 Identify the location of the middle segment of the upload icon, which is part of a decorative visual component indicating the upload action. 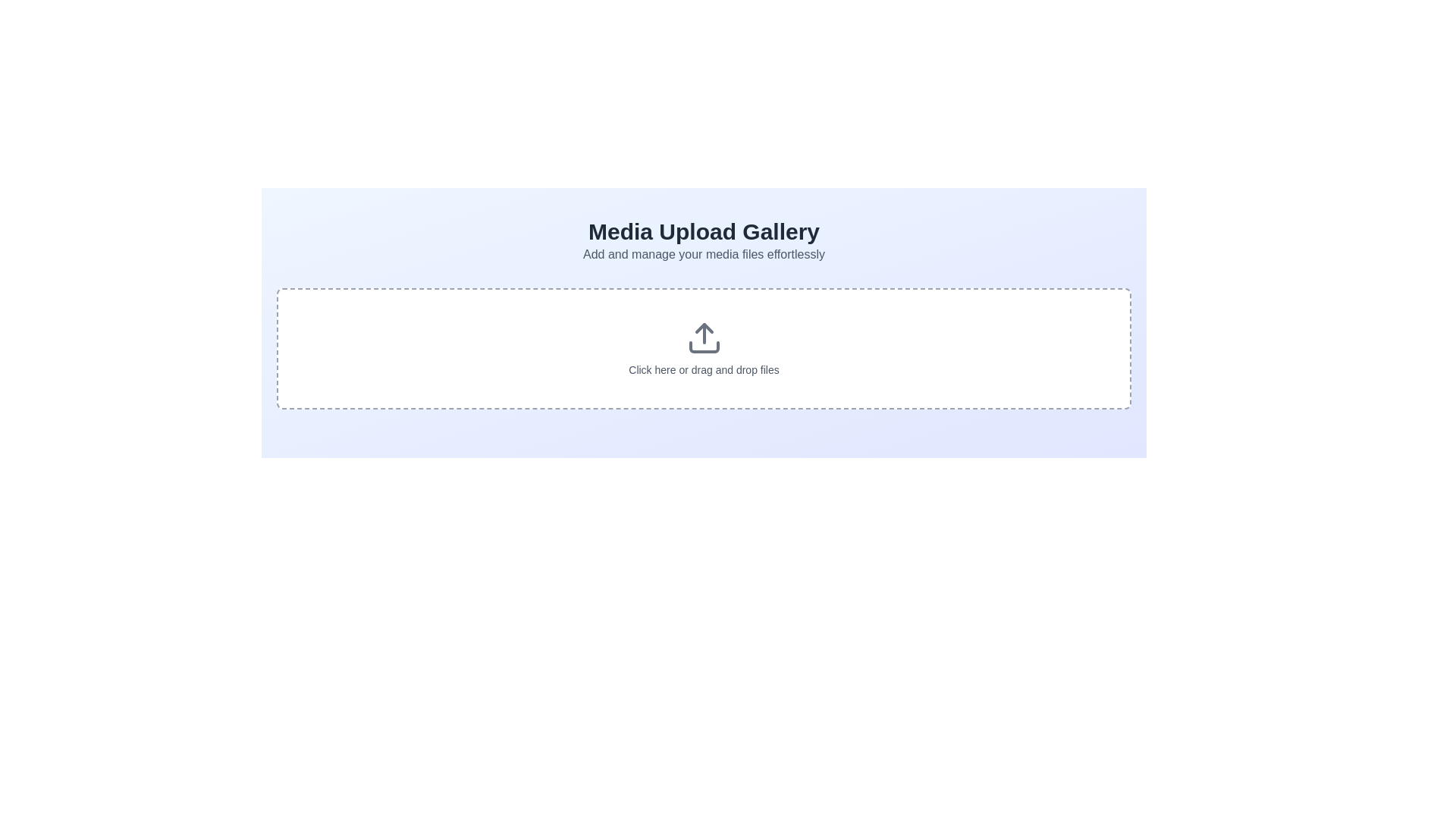
(703, 327).